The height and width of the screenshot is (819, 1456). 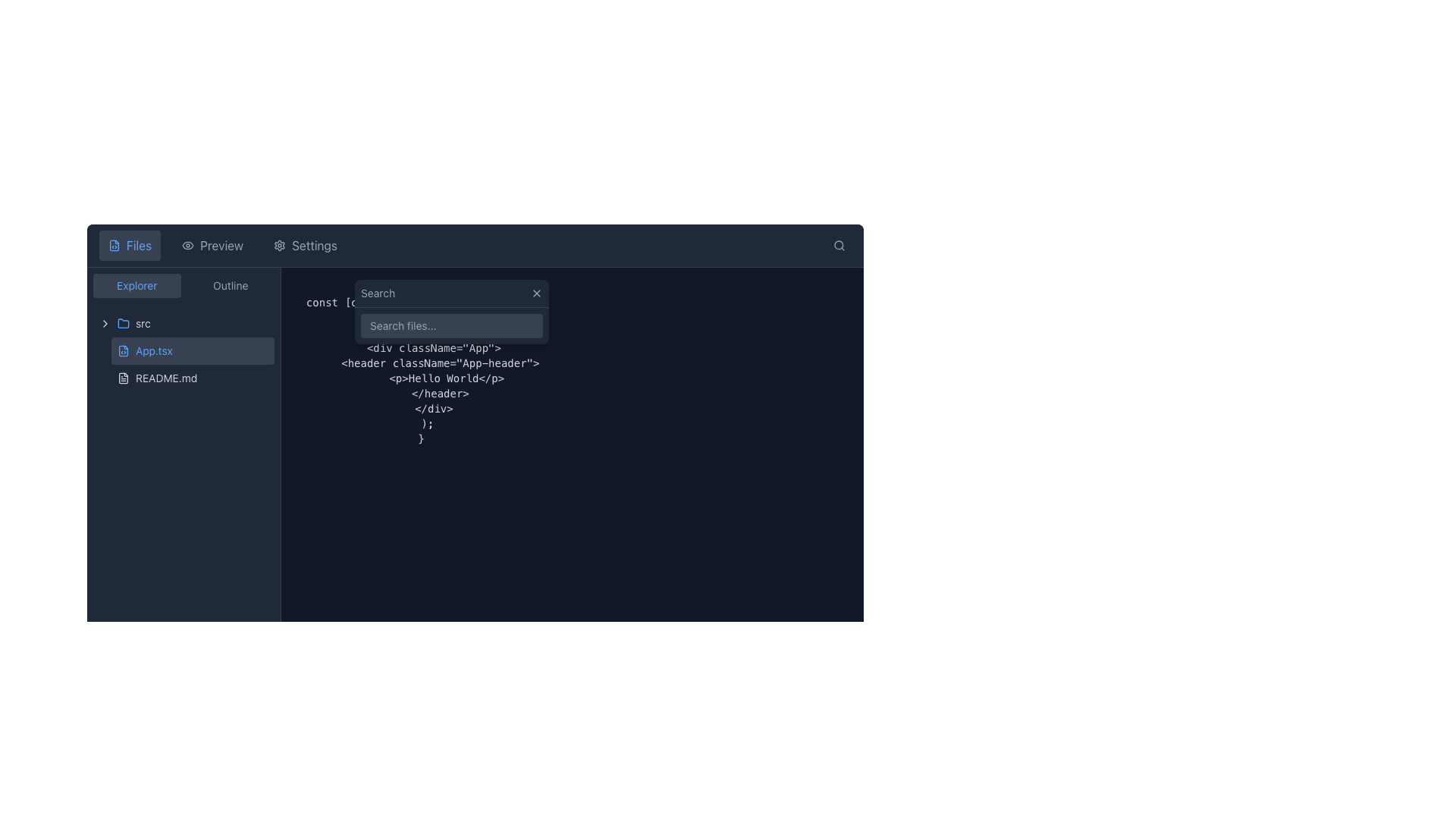 What do you see at coordinates (305, 245) in the screenshot?
I see `the 'Settings' navigation button, which is the third element in the navigation bar and contains a gear icon` at bounding box center [305, 245].